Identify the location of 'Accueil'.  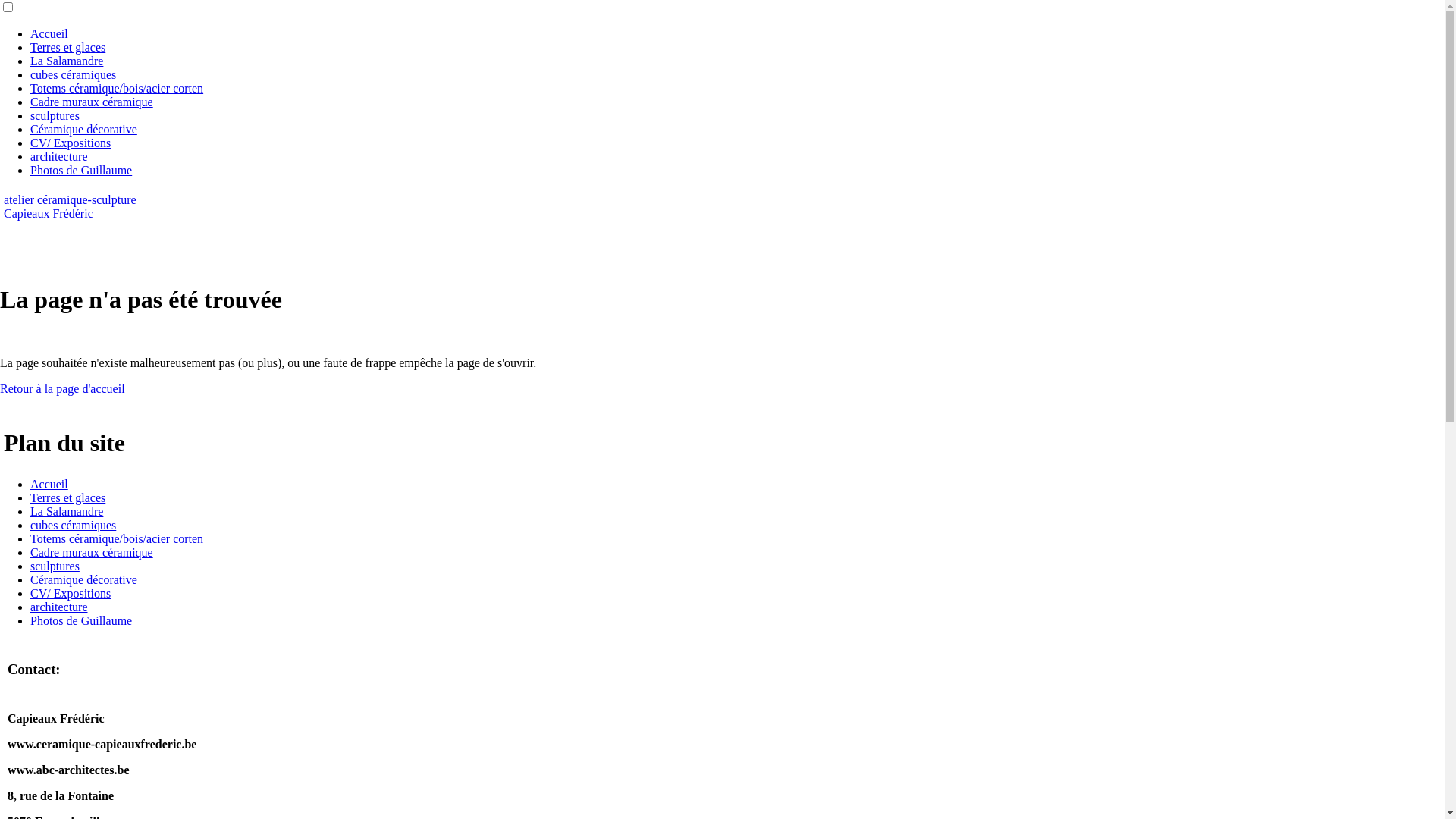
(49, 484).